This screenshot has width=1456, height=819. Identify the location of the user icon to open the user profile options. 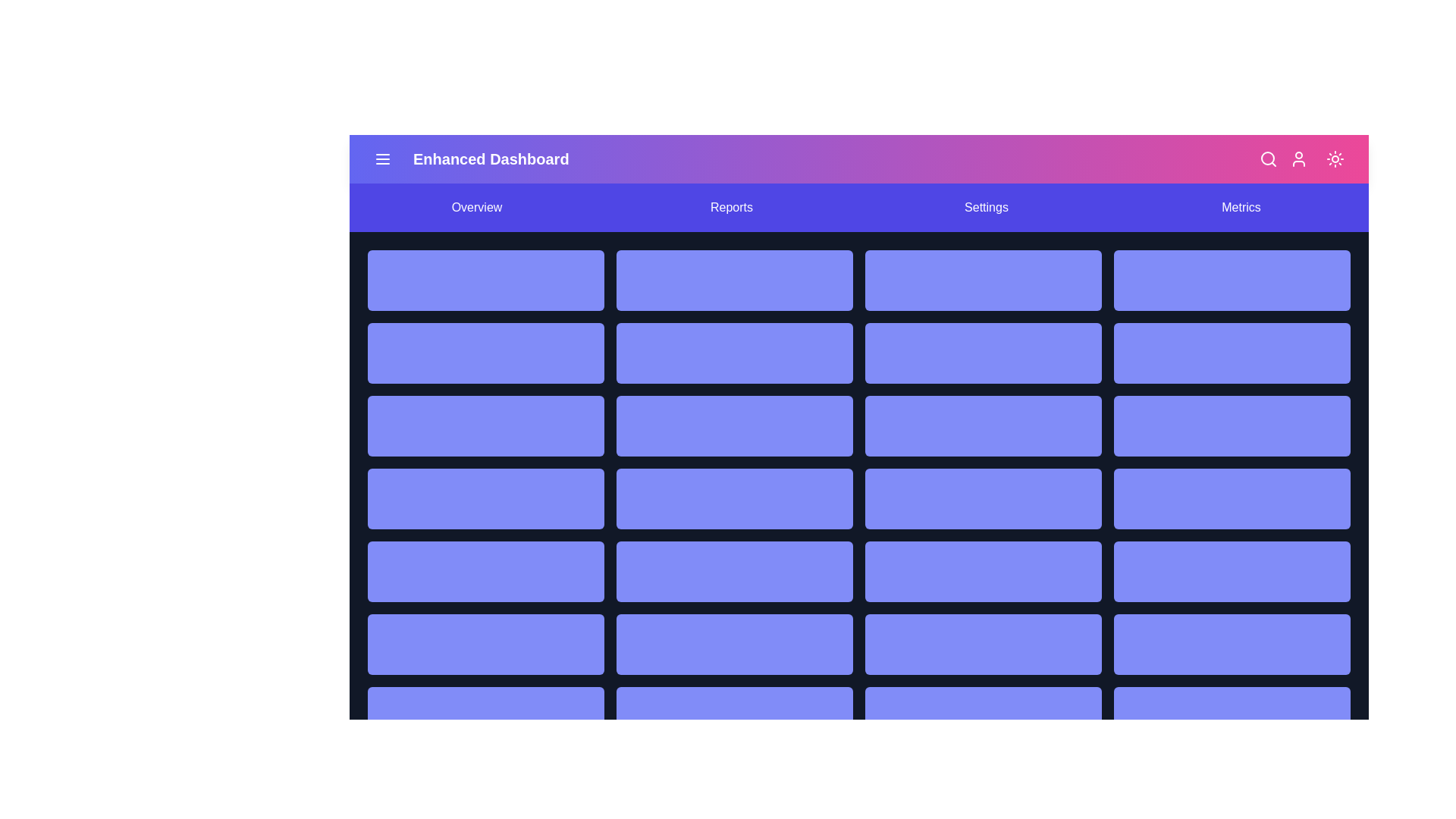
(1298, 158).